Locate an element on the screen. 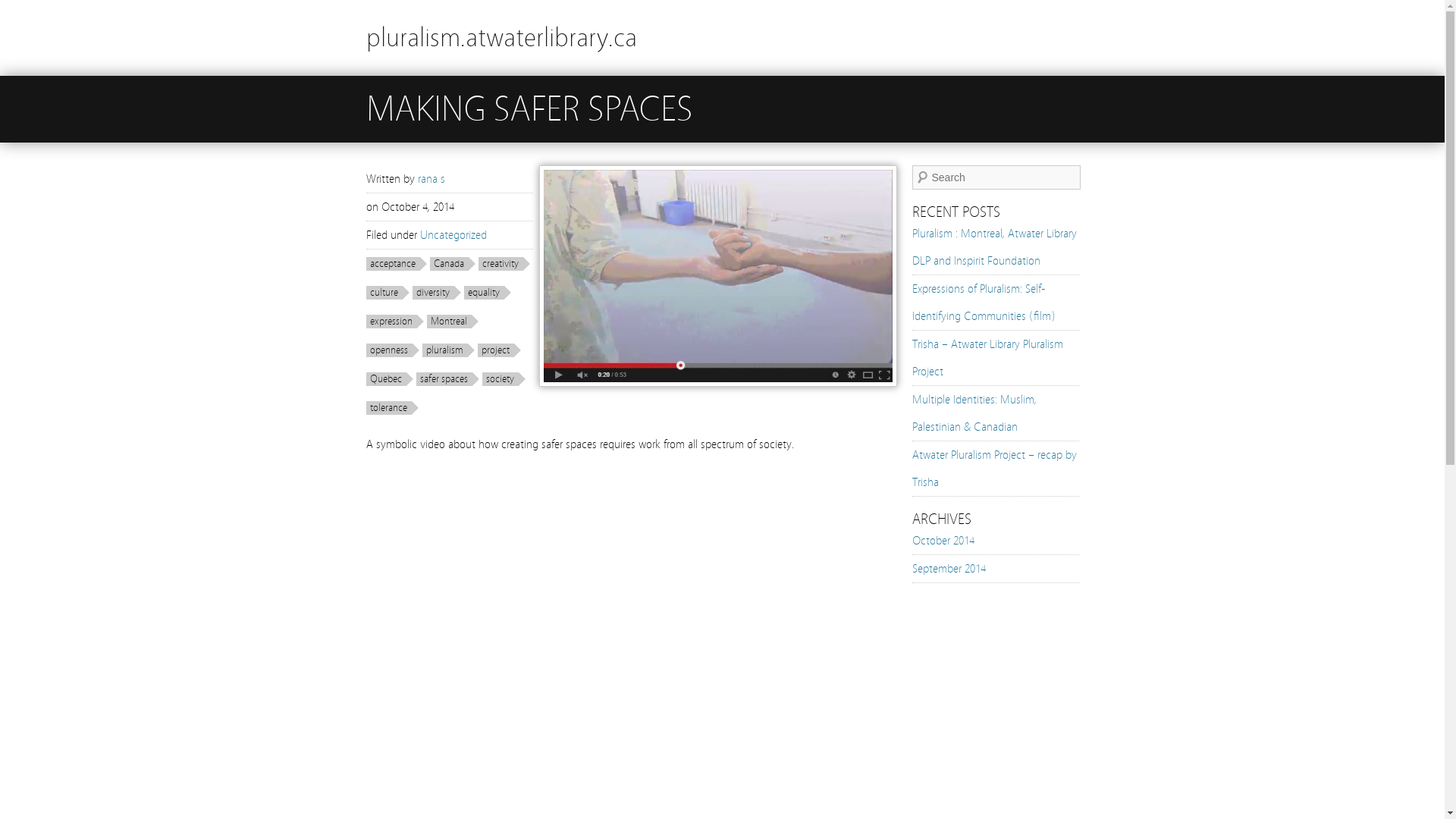  'October 2014' is located at coordinates (942, 540).